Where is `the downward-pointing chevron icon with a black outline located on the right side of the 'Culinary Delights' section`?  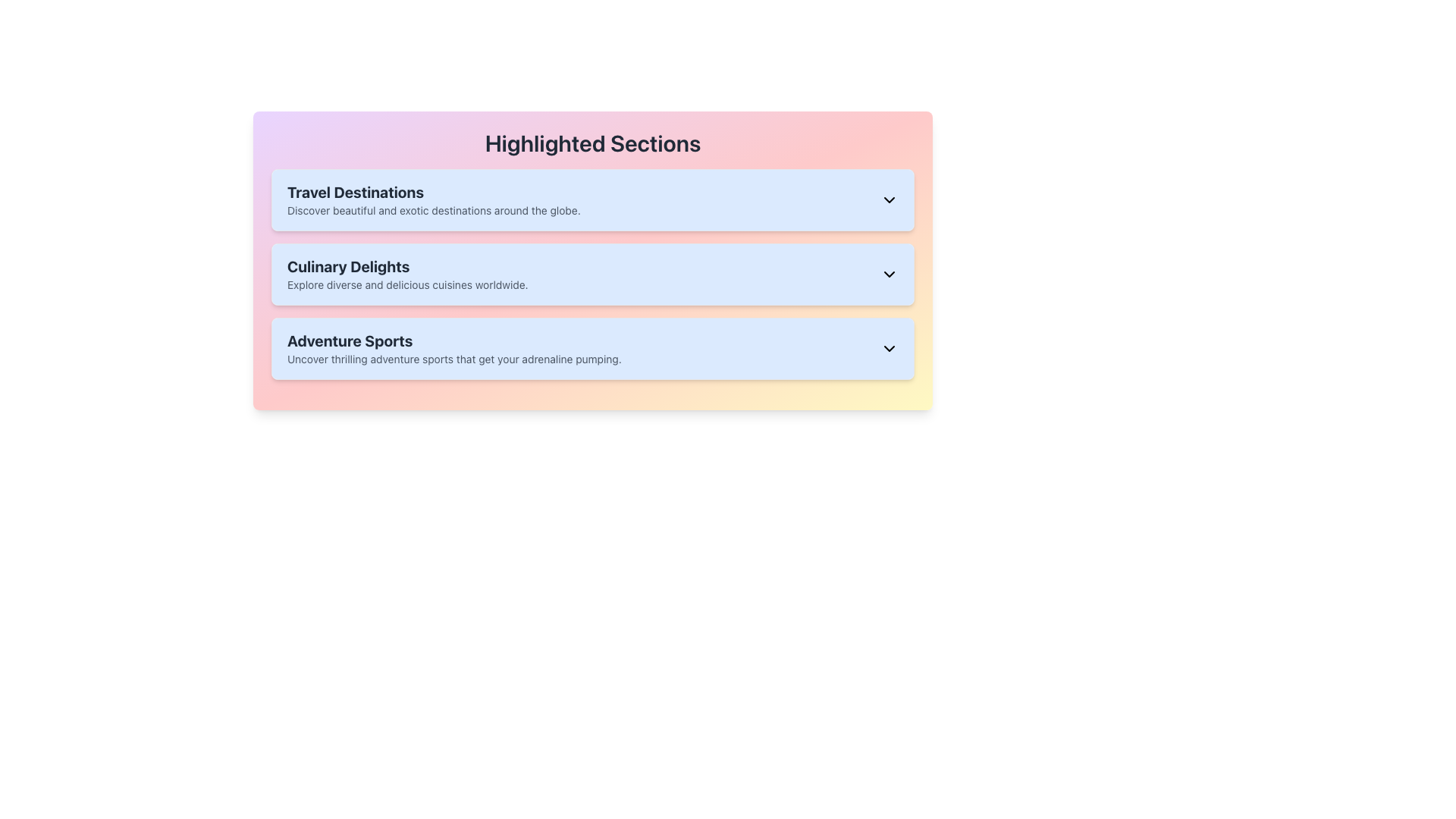 the downward-pointing chevron icon with a black outline located on the right side of the 'Culinary Delights' section is located at coordinates (889, 275).